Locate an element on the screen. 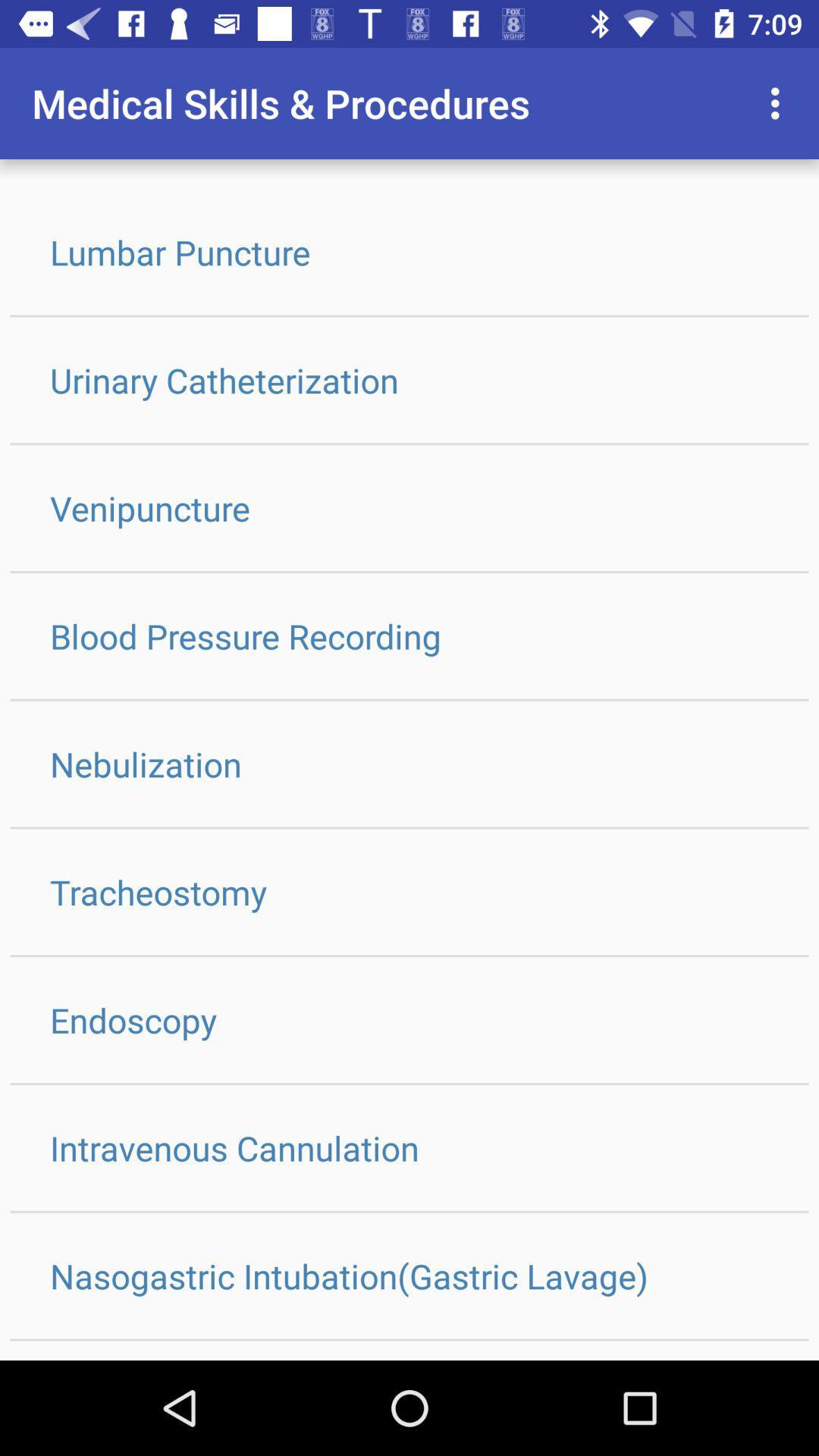  item to the right of medical skills & procedures item is located at coordinates (779, 102).